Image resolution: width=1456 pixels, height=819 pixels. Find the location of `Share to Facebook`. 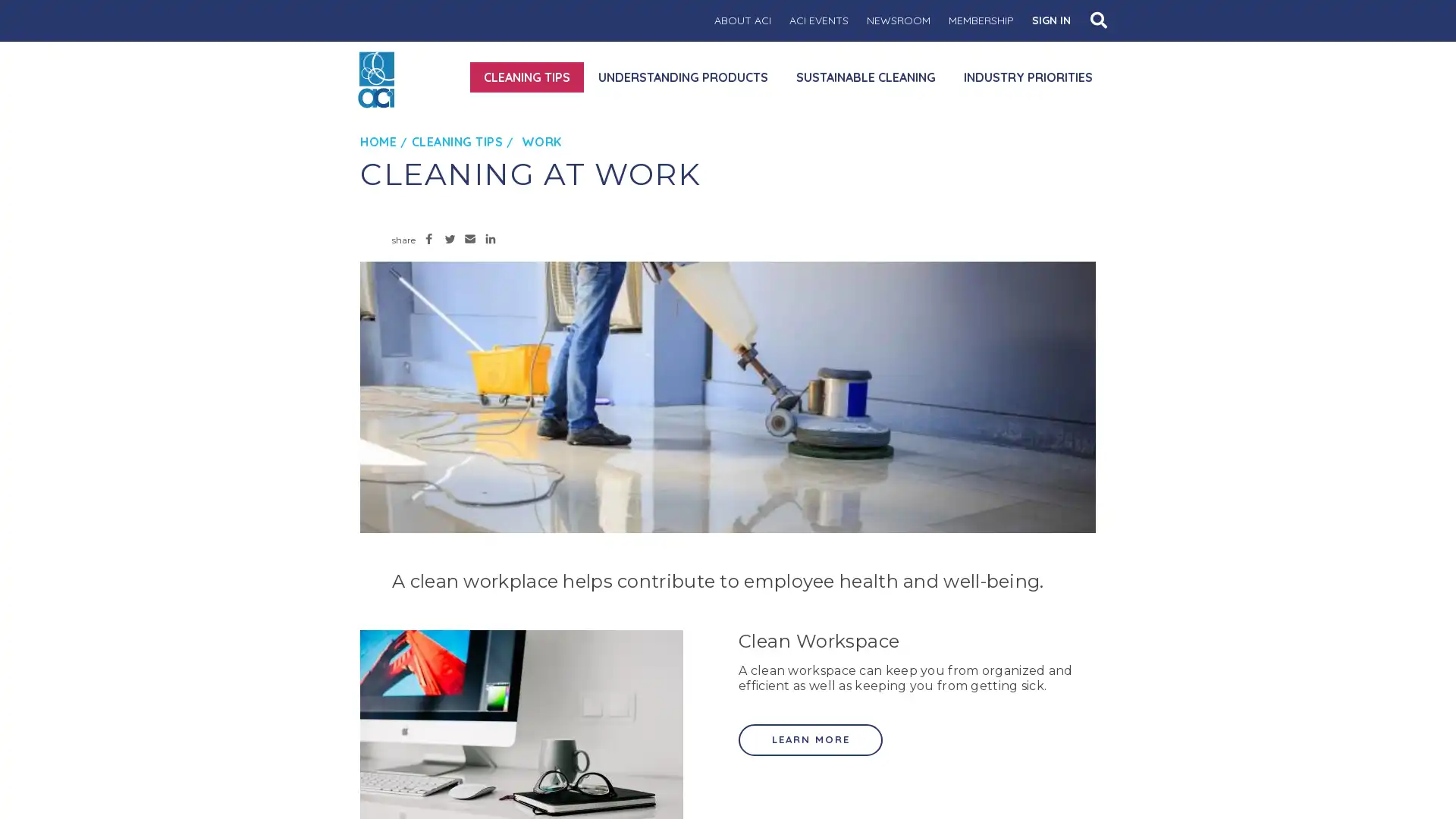

Share to Facebook is located at coordinates (428, 239).